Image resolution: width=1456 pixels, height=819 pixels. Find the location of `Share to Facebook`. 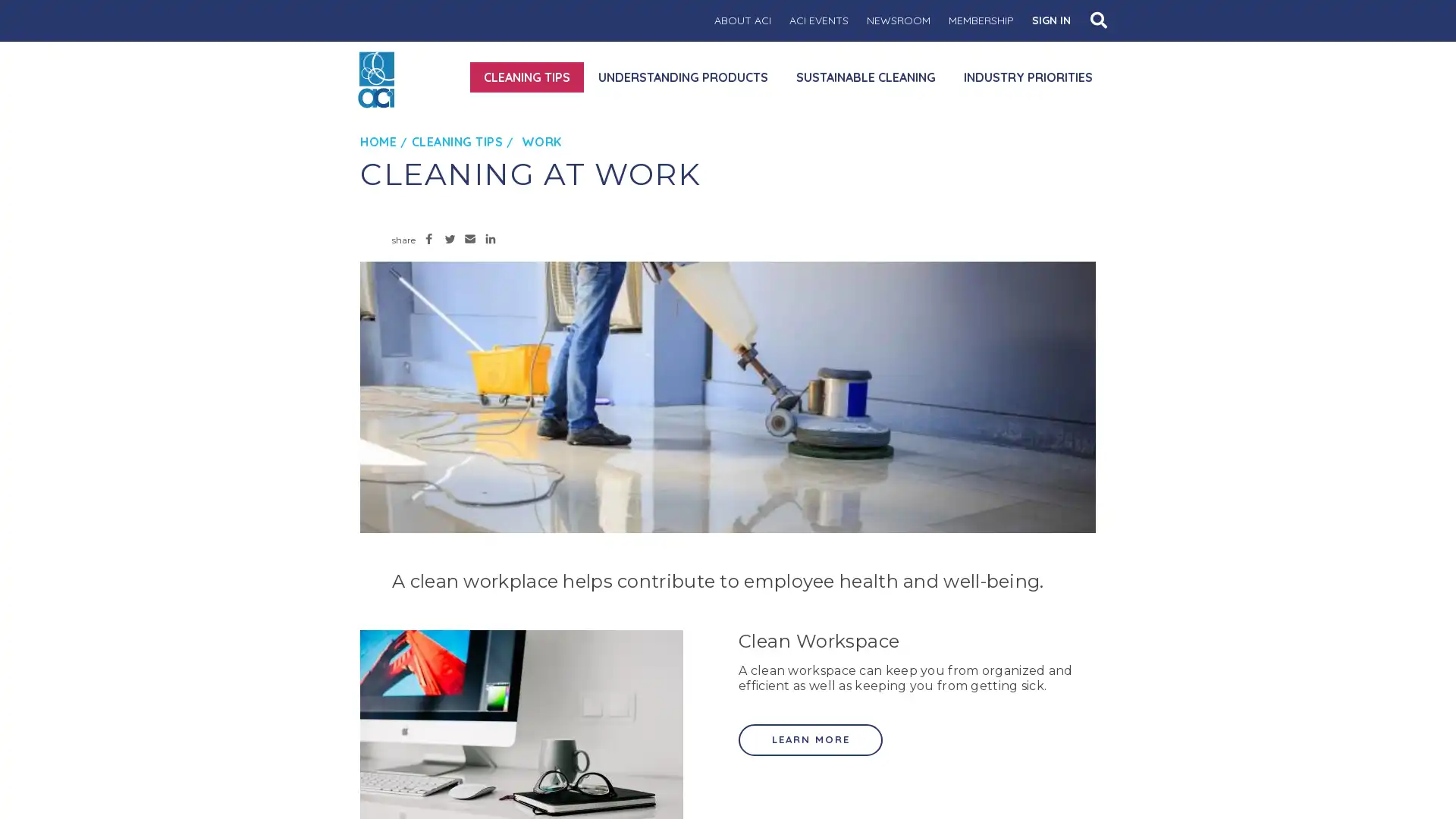

Share to Facebook is located at coordinates (428, 239).